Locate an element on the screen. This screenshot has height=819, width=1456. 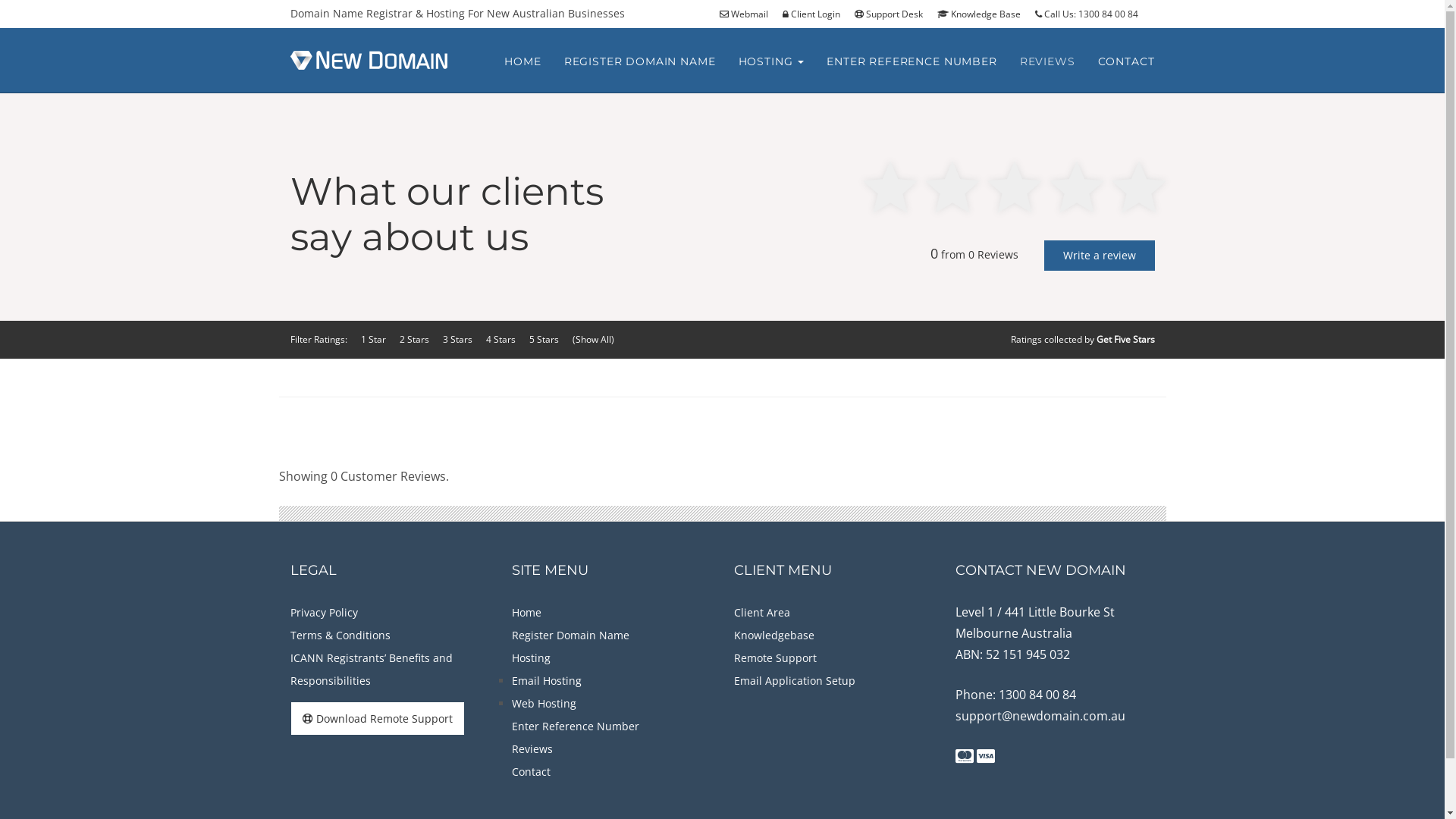
'HOSTING' is located at coordinates (770, 61).